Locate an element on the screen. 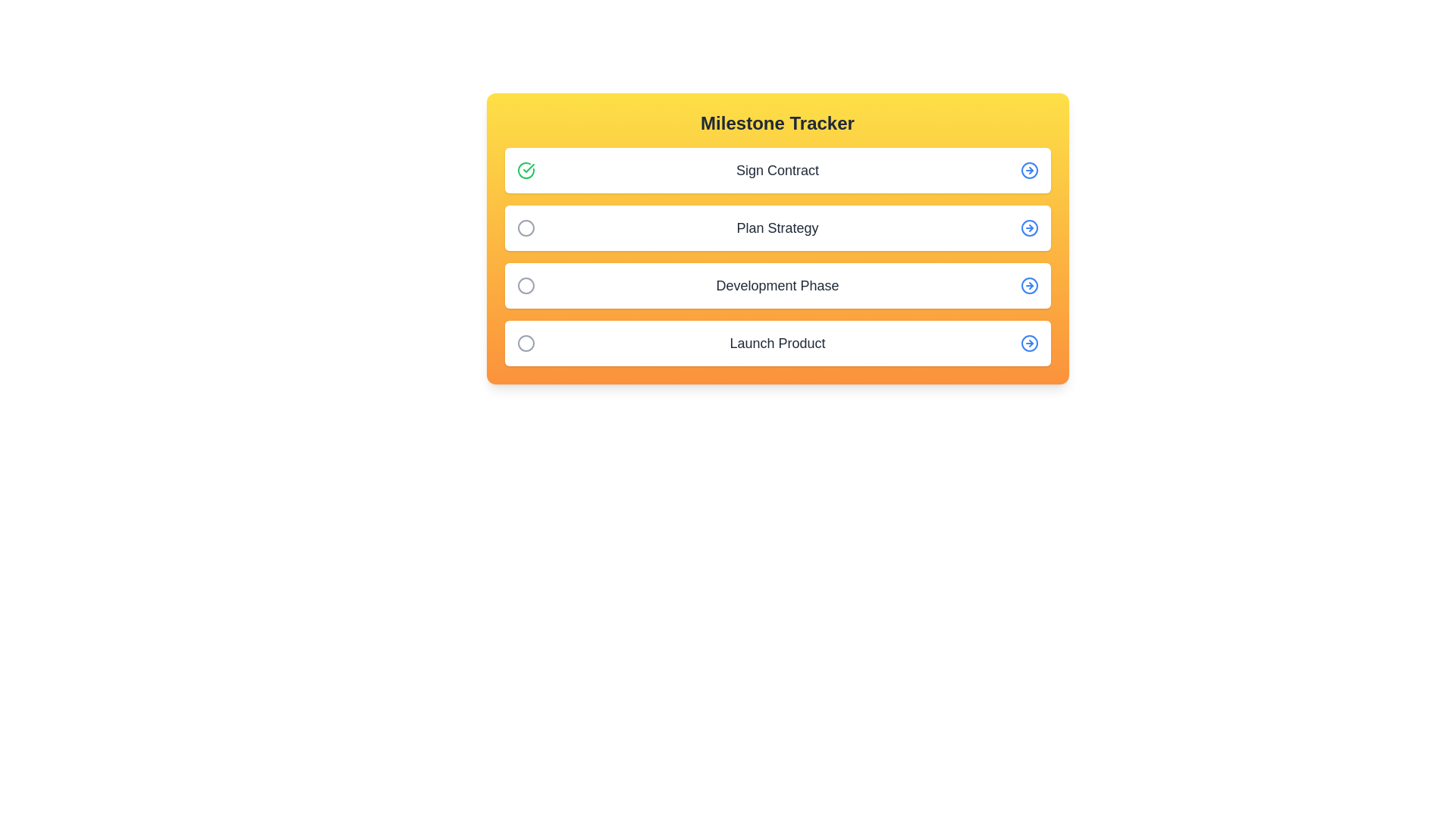 The image size is (1456, 819). the circular status indicator for the 'Plan Strategy' milestone in the second row of the milestone tracker interface is located at coordinates (526, 227).